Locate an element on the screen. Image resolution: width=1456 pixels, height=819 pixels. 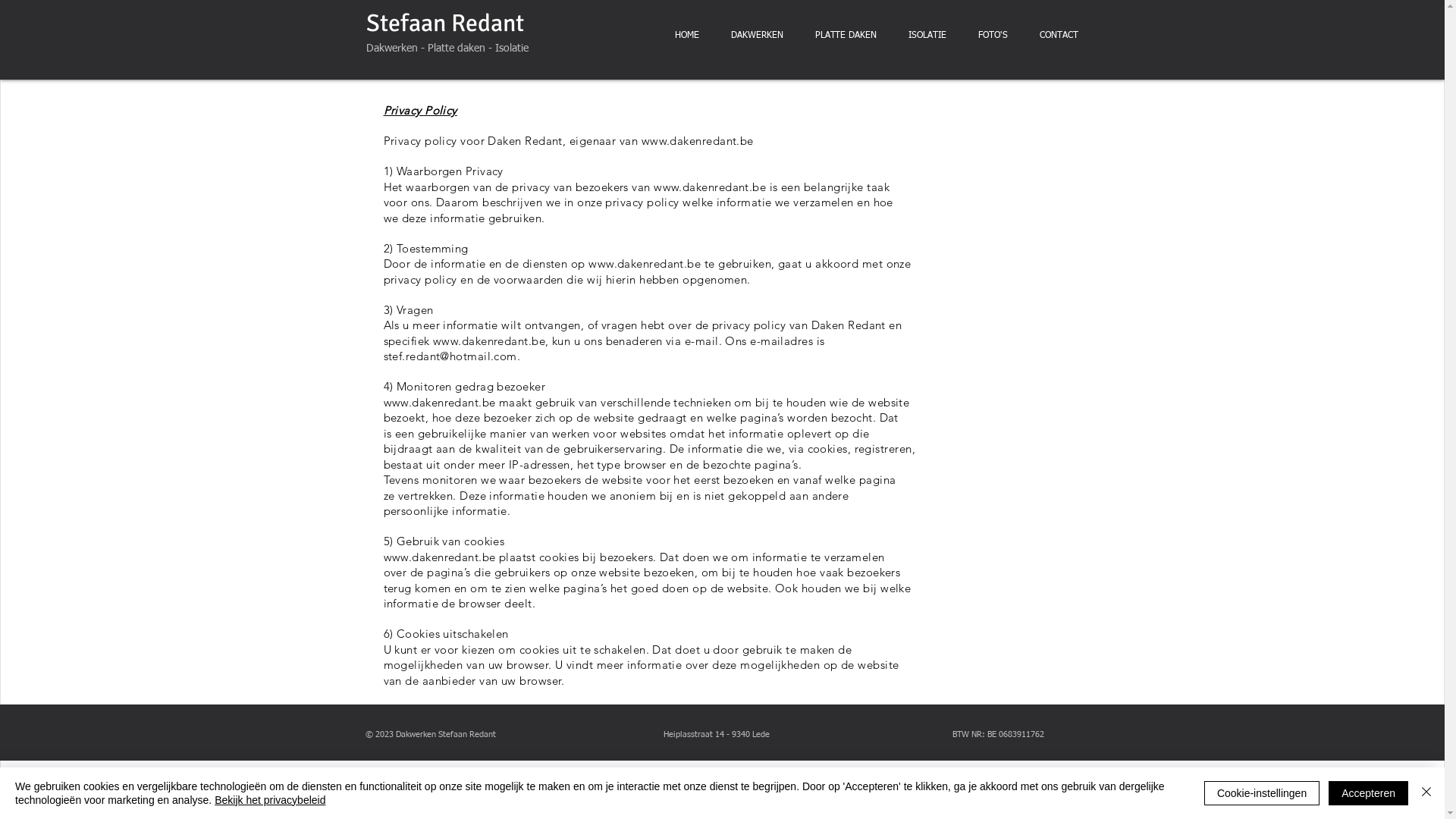
'CONTACT' is located at coordinates (1058, 35).